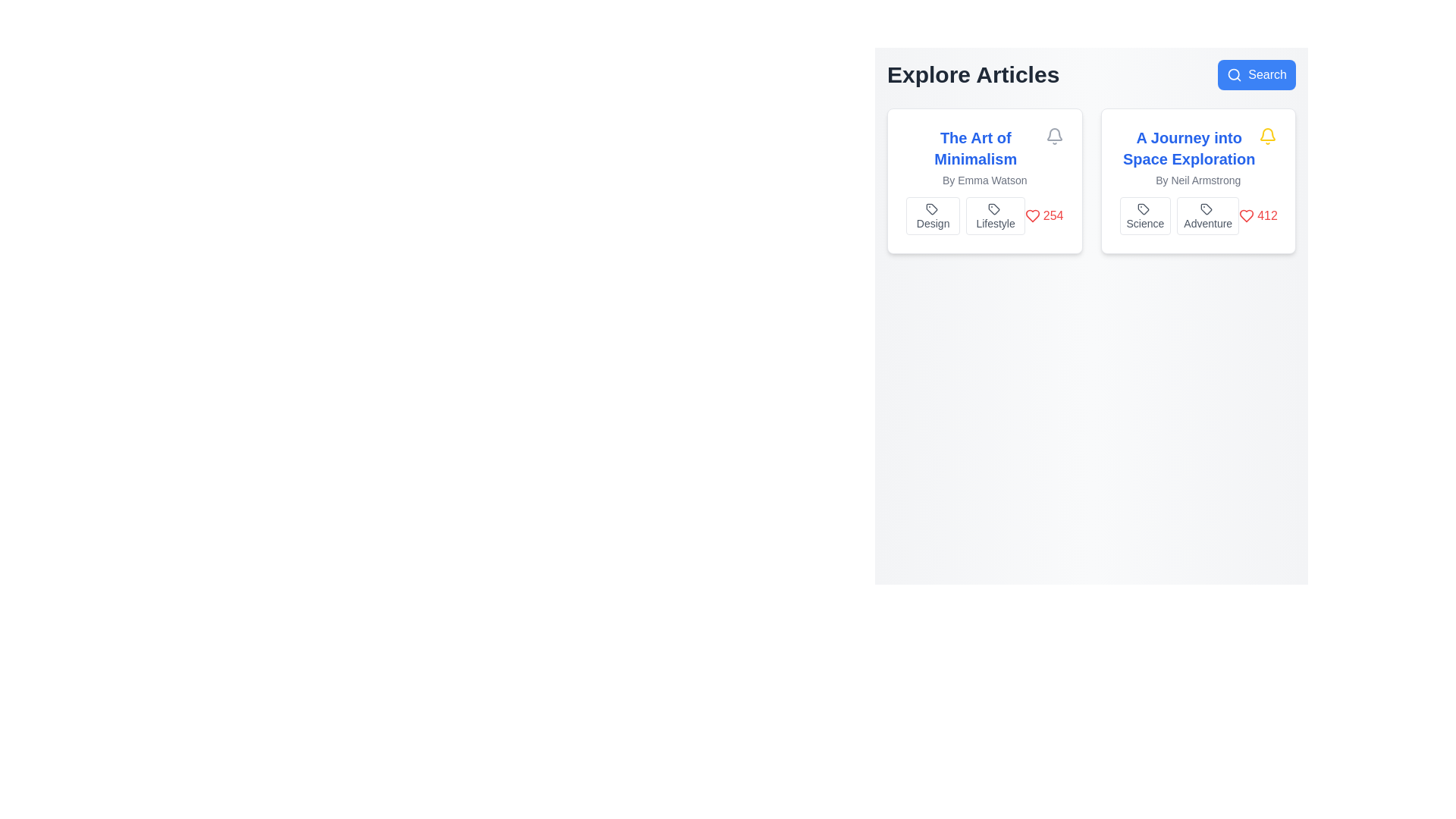 This screenshot has width=1456, height=819. What do you see at coordinates (984, 149) in the screenshot?
I see `the text element displaying 'The Art of Minimalism' in bold blue font, located in the top section of the first card` at bounding box center [984, 149].